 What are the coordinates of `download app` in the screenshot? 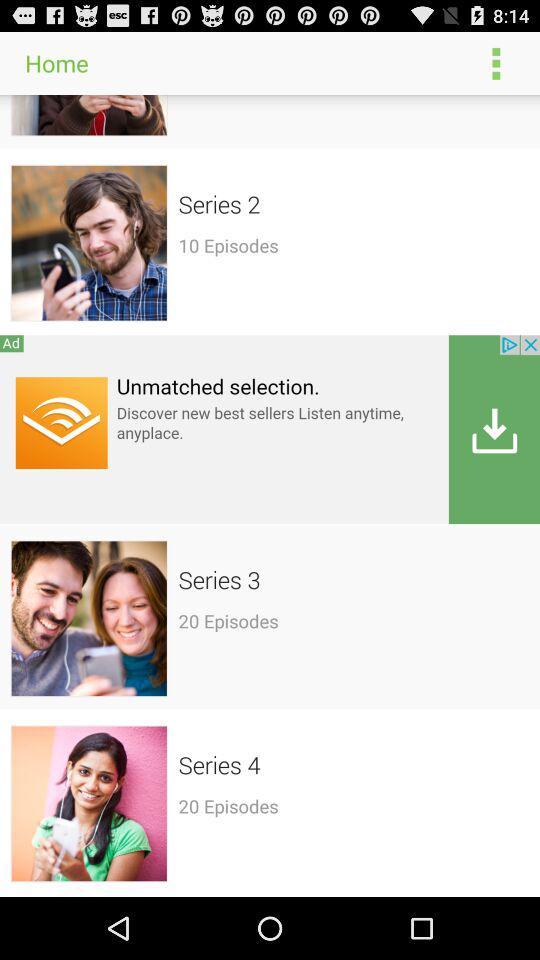 It's located at (270, 429).